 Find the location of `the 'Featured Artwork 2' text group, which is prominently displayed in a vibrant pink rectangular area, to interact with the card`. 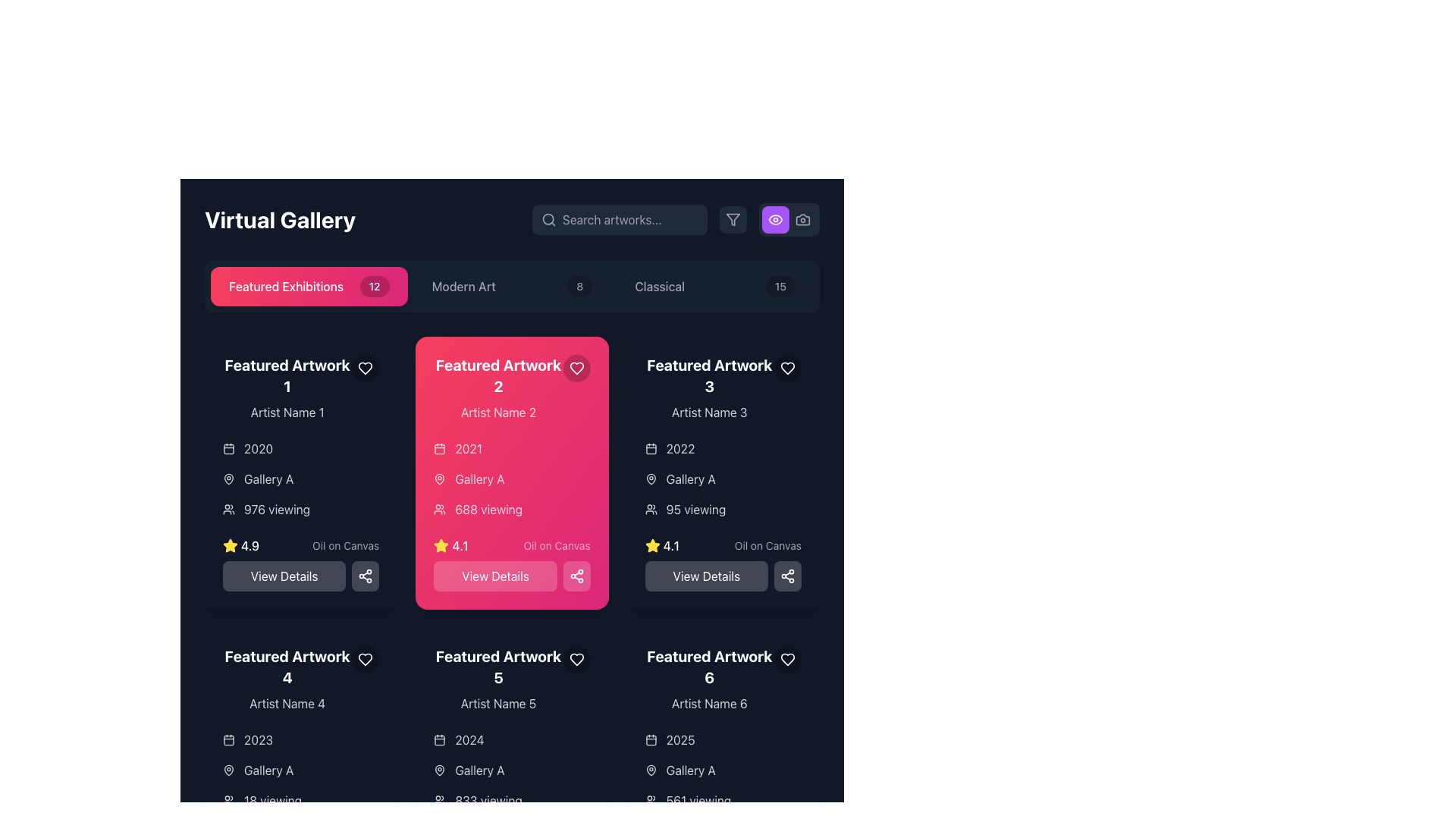

the 'Featured Artwork 2' text group, which is prominently displayed in a vibrant pink rectangular area, to interact with the card is located at coordinates (498, 388).